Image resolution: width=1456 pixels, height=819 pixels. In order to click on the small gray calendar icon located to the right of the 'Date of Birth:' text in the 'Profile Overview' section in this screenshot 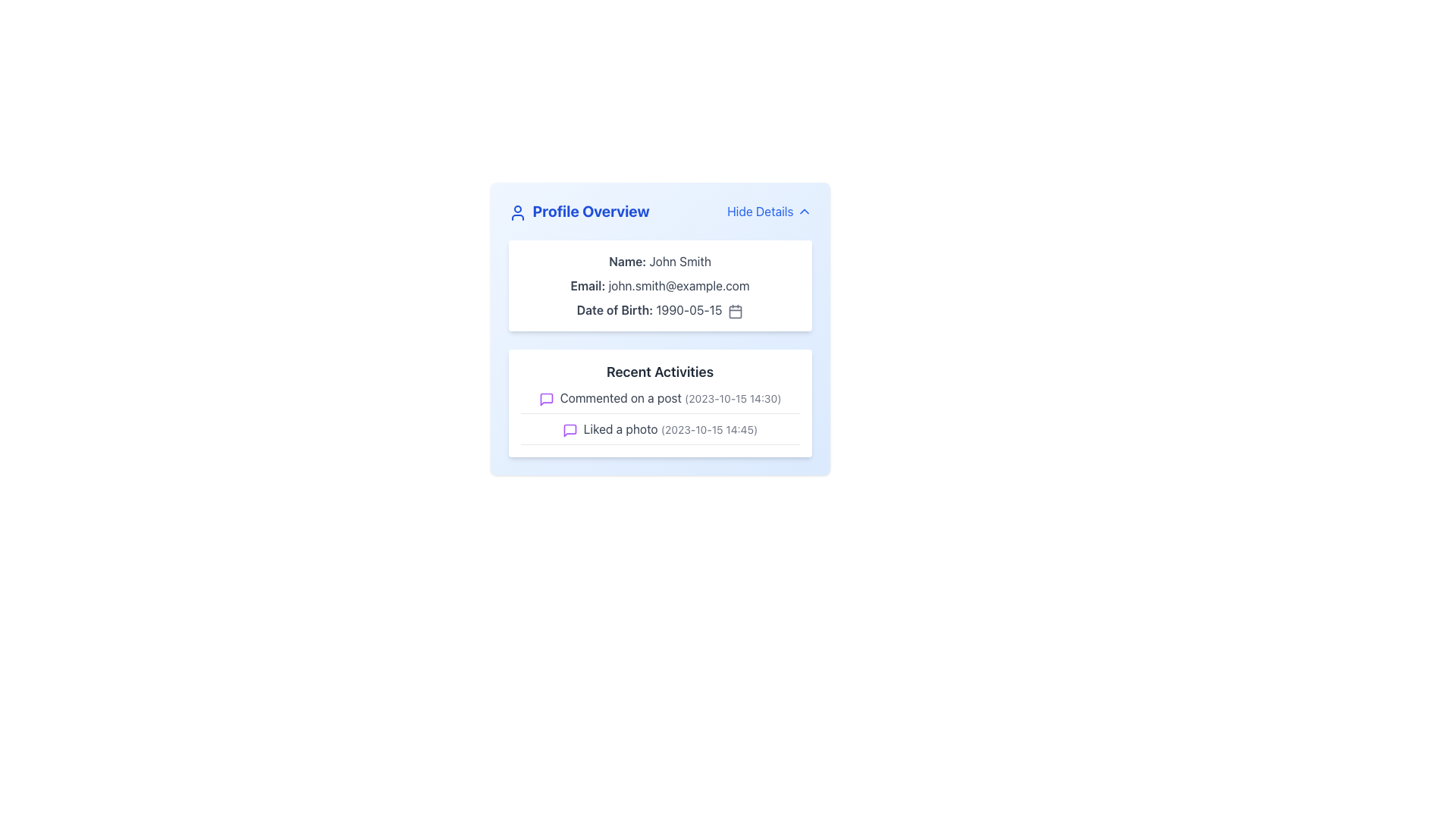, I will do `click(736, 310)`.